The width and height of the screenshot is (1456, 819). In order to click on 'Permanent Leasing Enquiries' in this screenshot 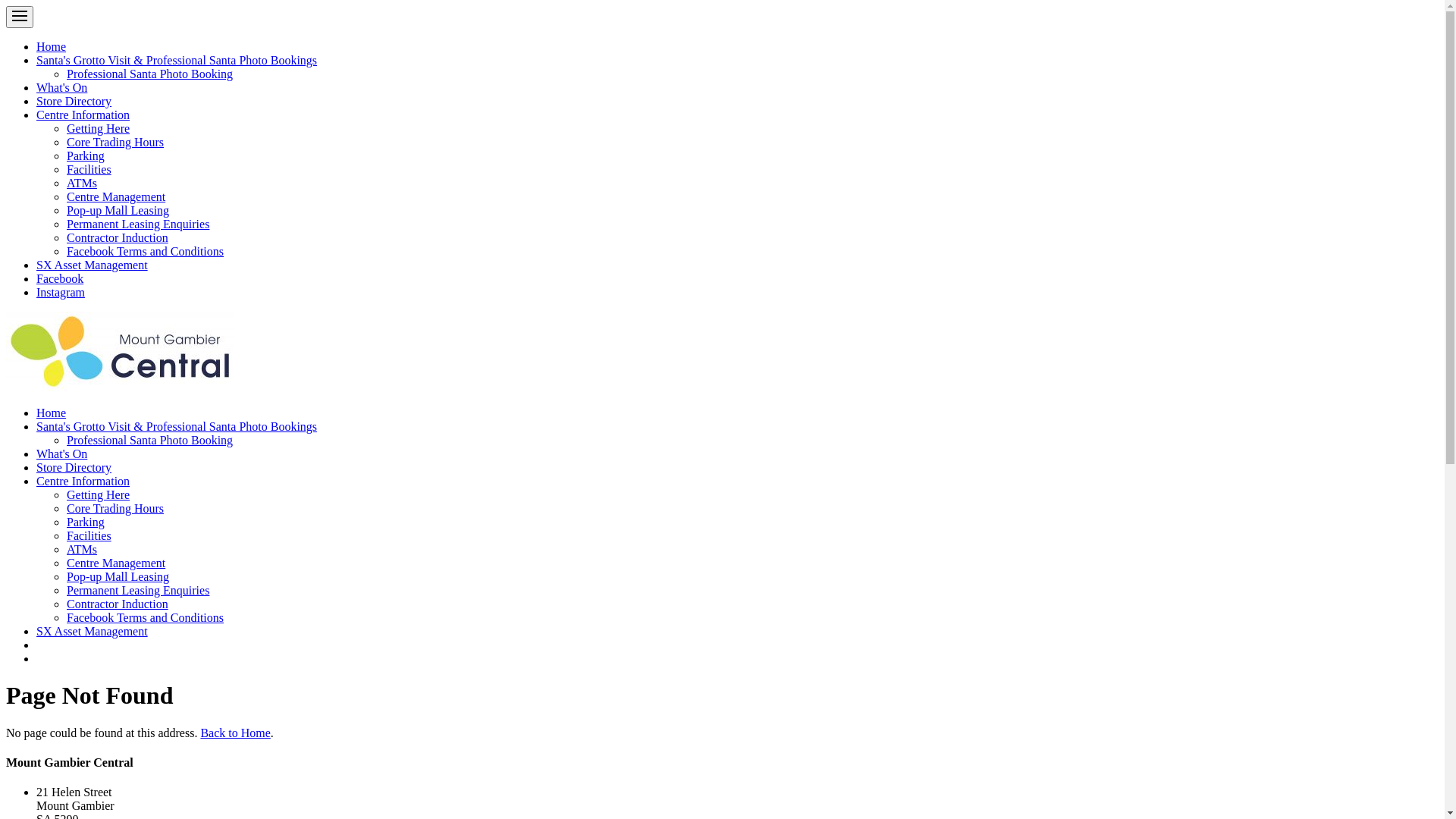, I will do `click(138, 224)`.